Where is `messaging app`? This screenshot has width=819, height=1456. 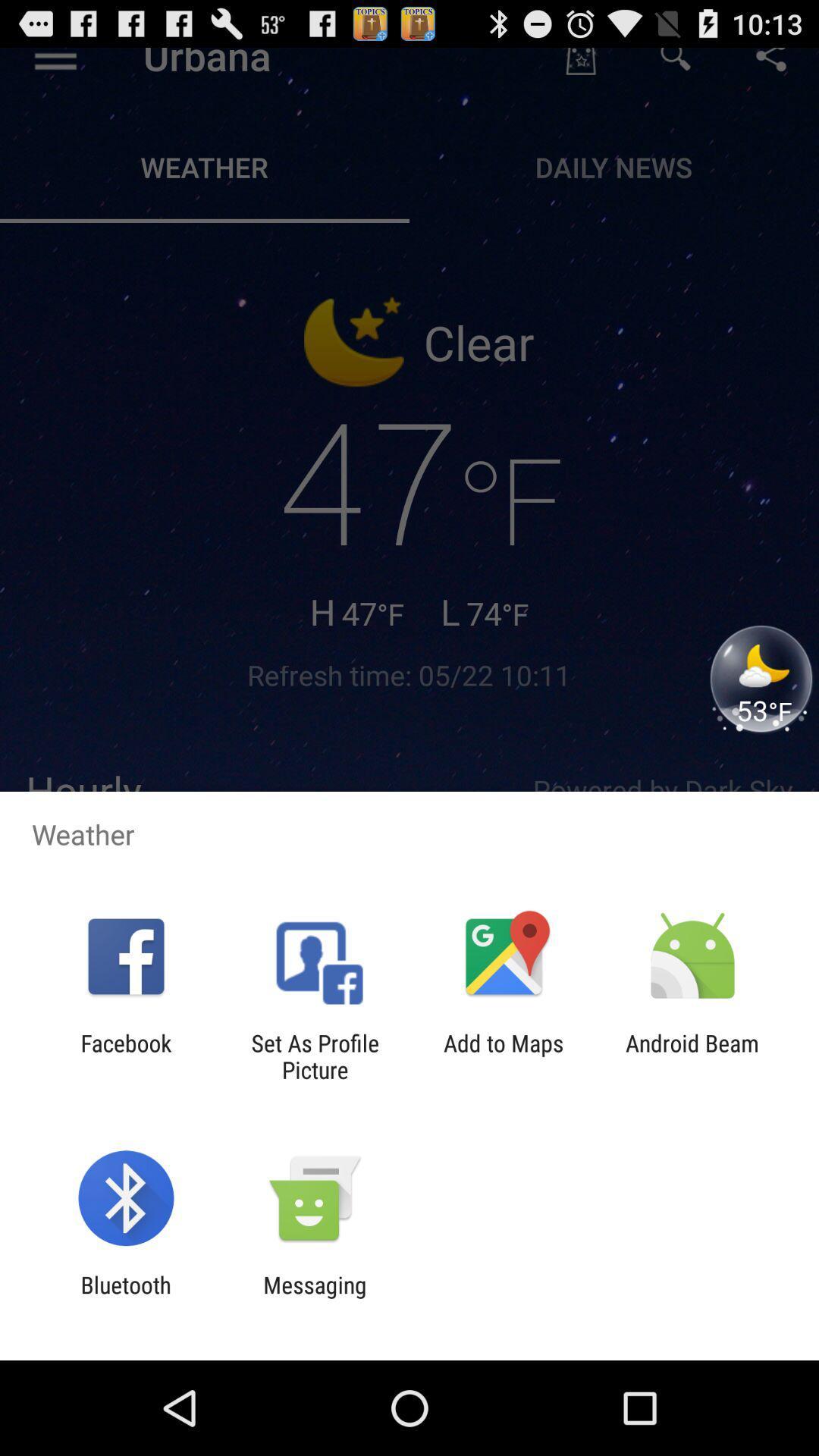
messaging app is located at coordinates (314, 1298).